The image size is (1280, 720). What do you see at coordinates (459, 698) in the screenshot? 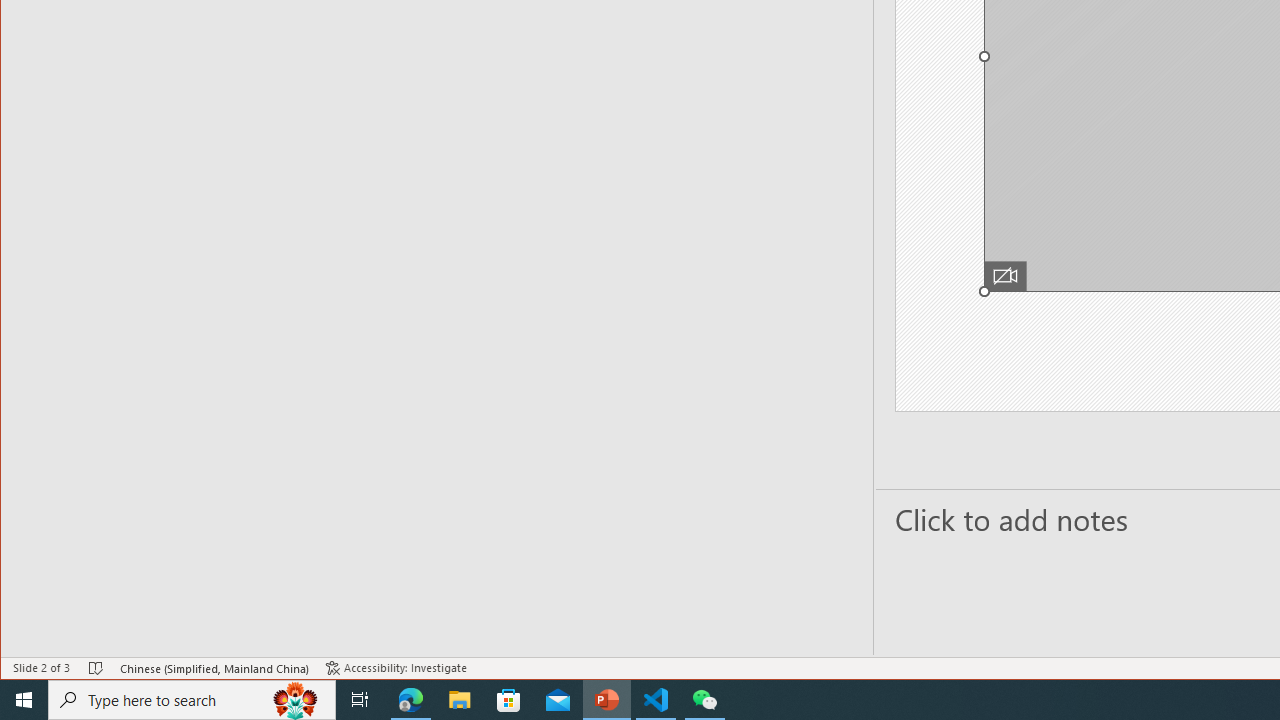
I see `'File Explorer'` at bounding box center [459, 698].